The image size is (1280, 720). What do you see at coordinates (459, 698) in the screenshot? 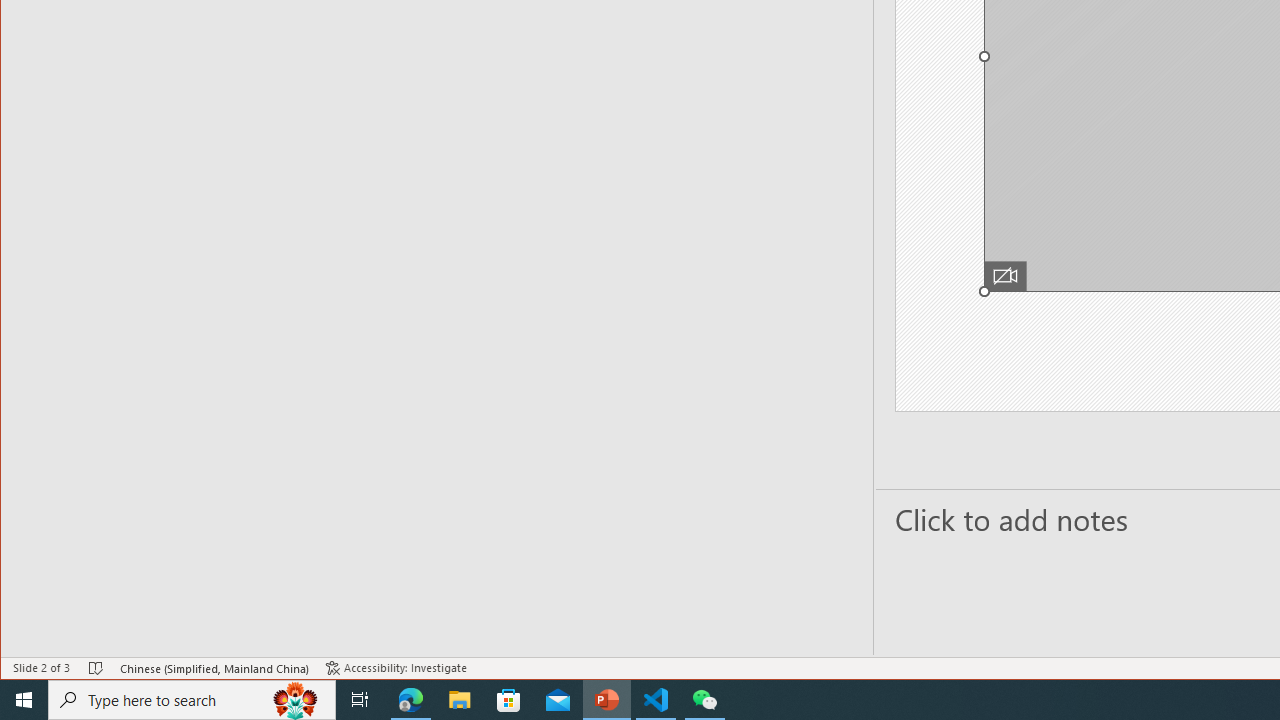
I see `'File Explorer'` at bounding box center [459, 698].